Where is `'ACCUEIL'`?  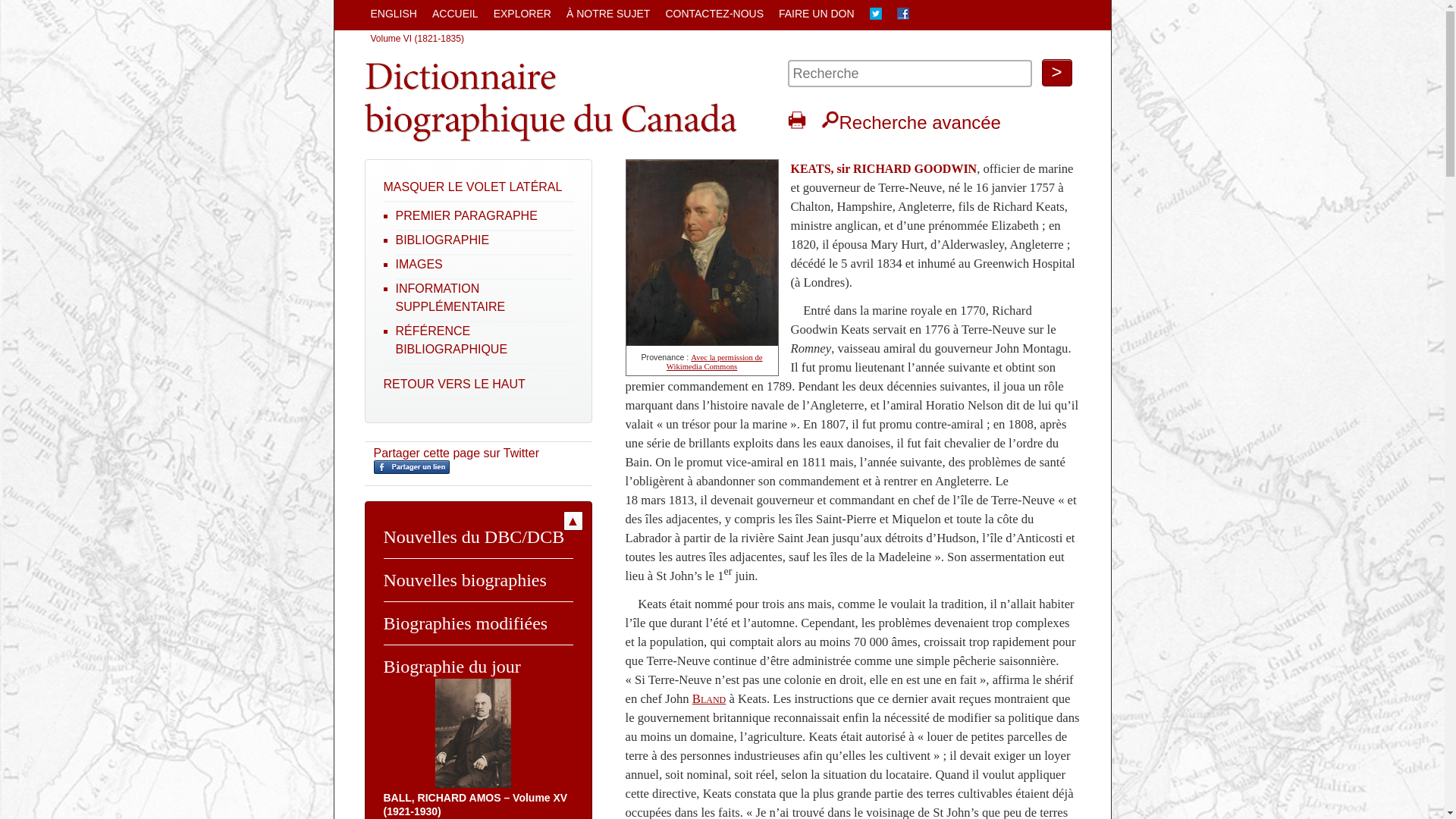 'ACCUEIL' is located at coordinates (454, 14).